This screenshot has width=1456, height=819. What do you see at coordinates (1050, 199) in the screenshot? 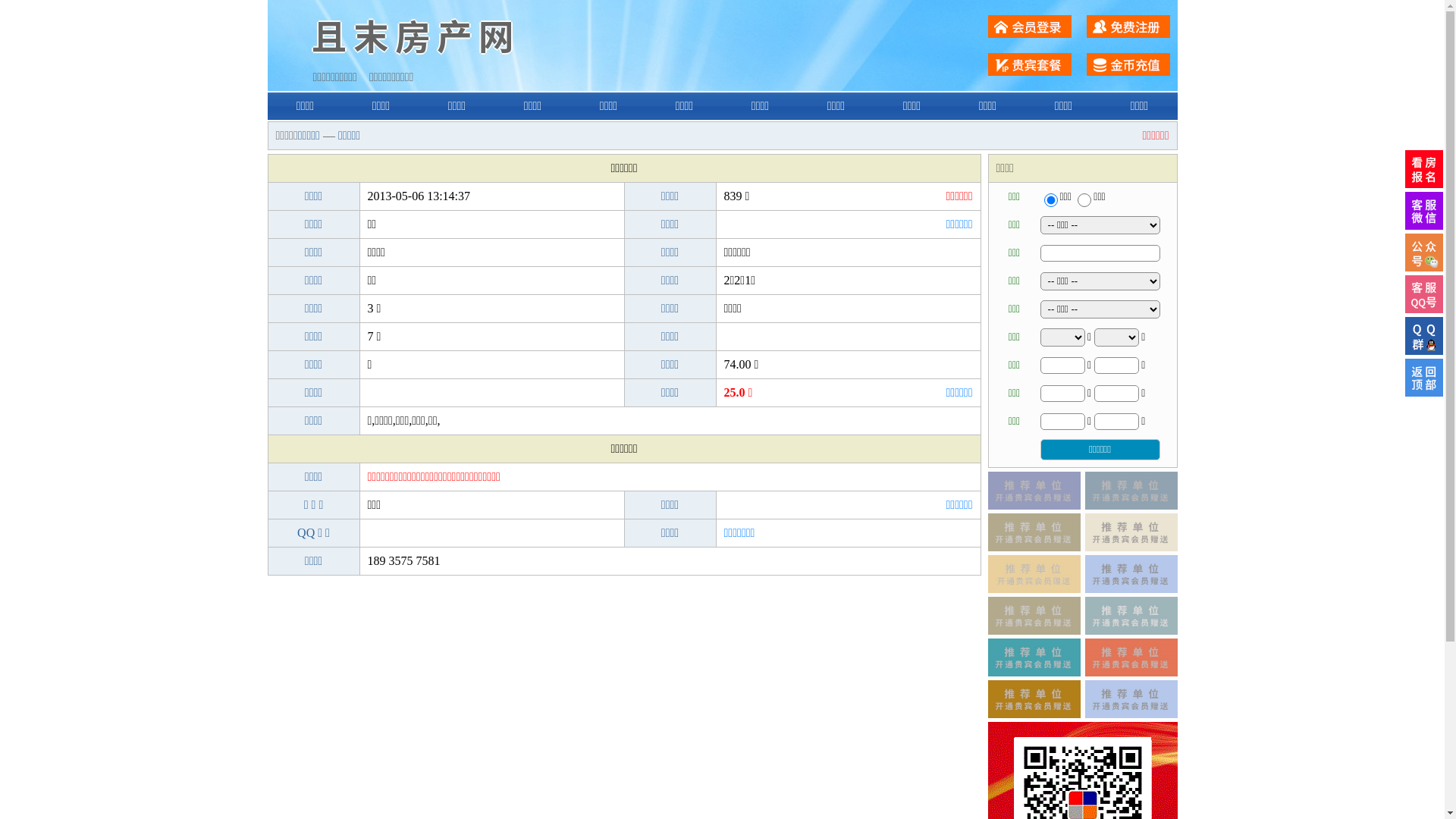
I see `'ershou'` at bounding box center [1050, 199].